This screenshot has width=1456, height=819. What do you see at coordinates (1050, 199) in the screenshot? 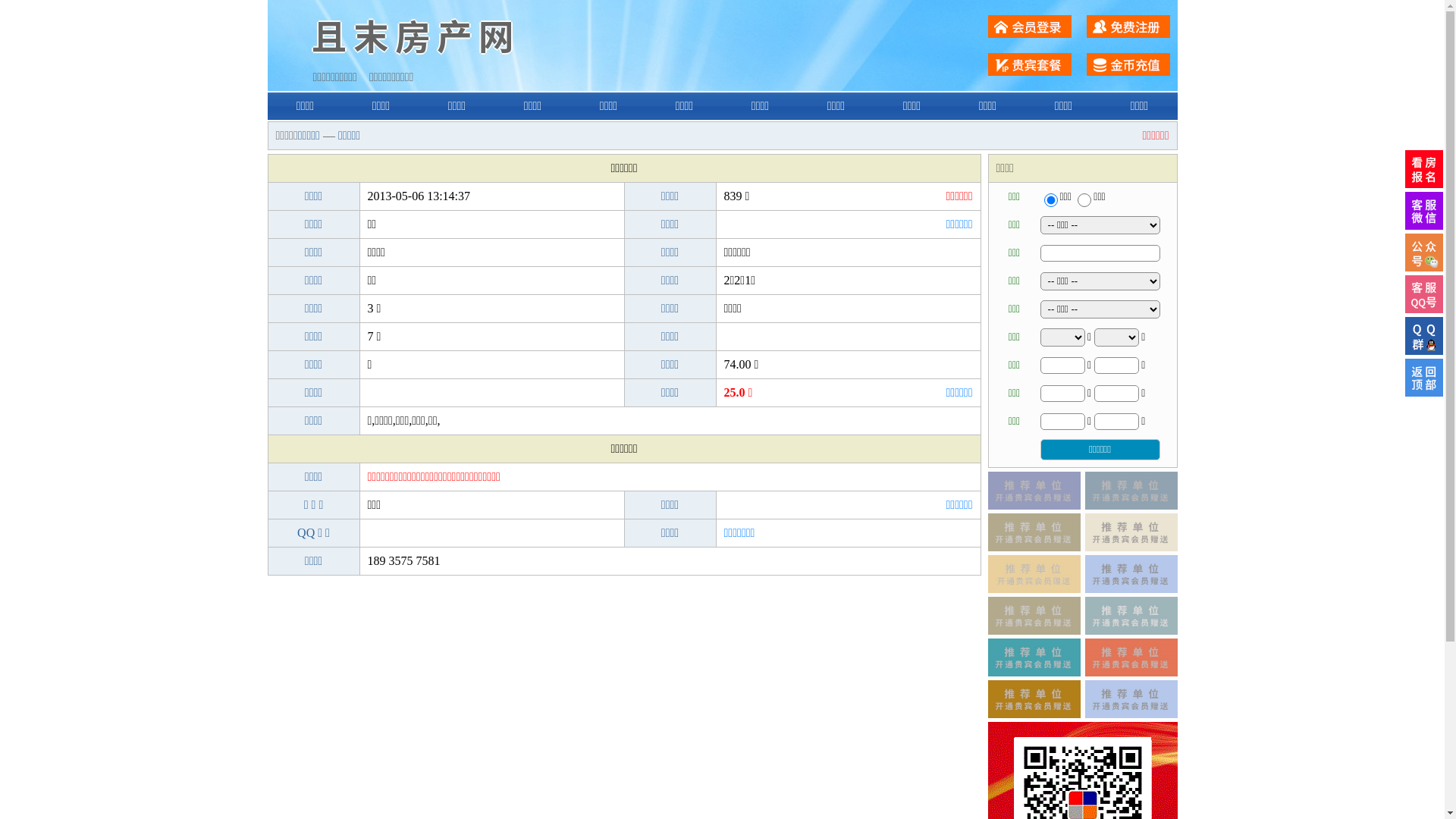
I see `'ershou'` at bounding box center [1050, 199].